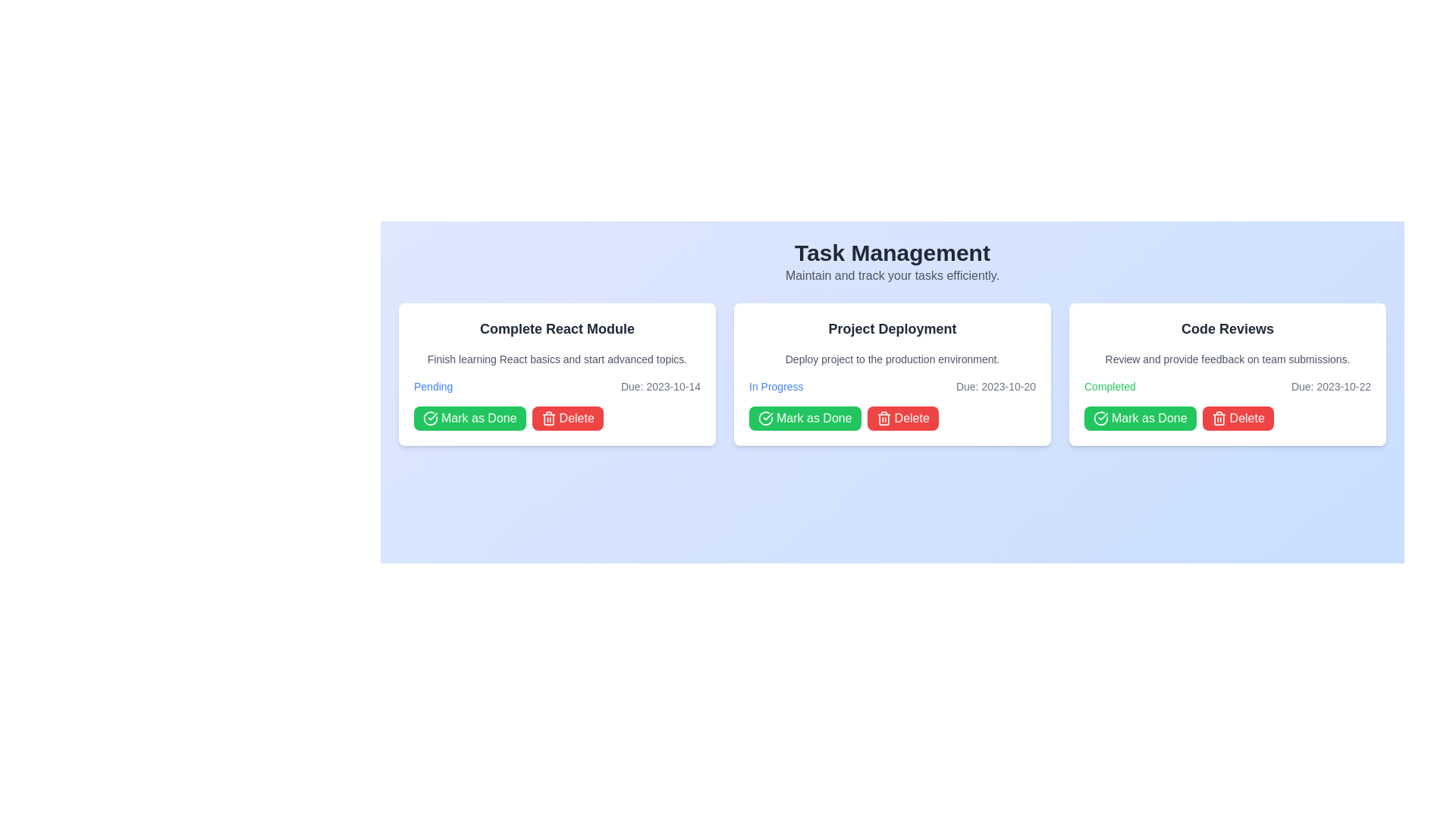 This screenshot has height=819, width=1456. What do you see at coordinates (661, 385) in the screenshot?
I see `static text label displaying the due date 'Due: 2023-10-14', which is located within the 'Complete React Module' task card, positioned to the right of the 'Pending' status text` at bounding box center [661, 385].